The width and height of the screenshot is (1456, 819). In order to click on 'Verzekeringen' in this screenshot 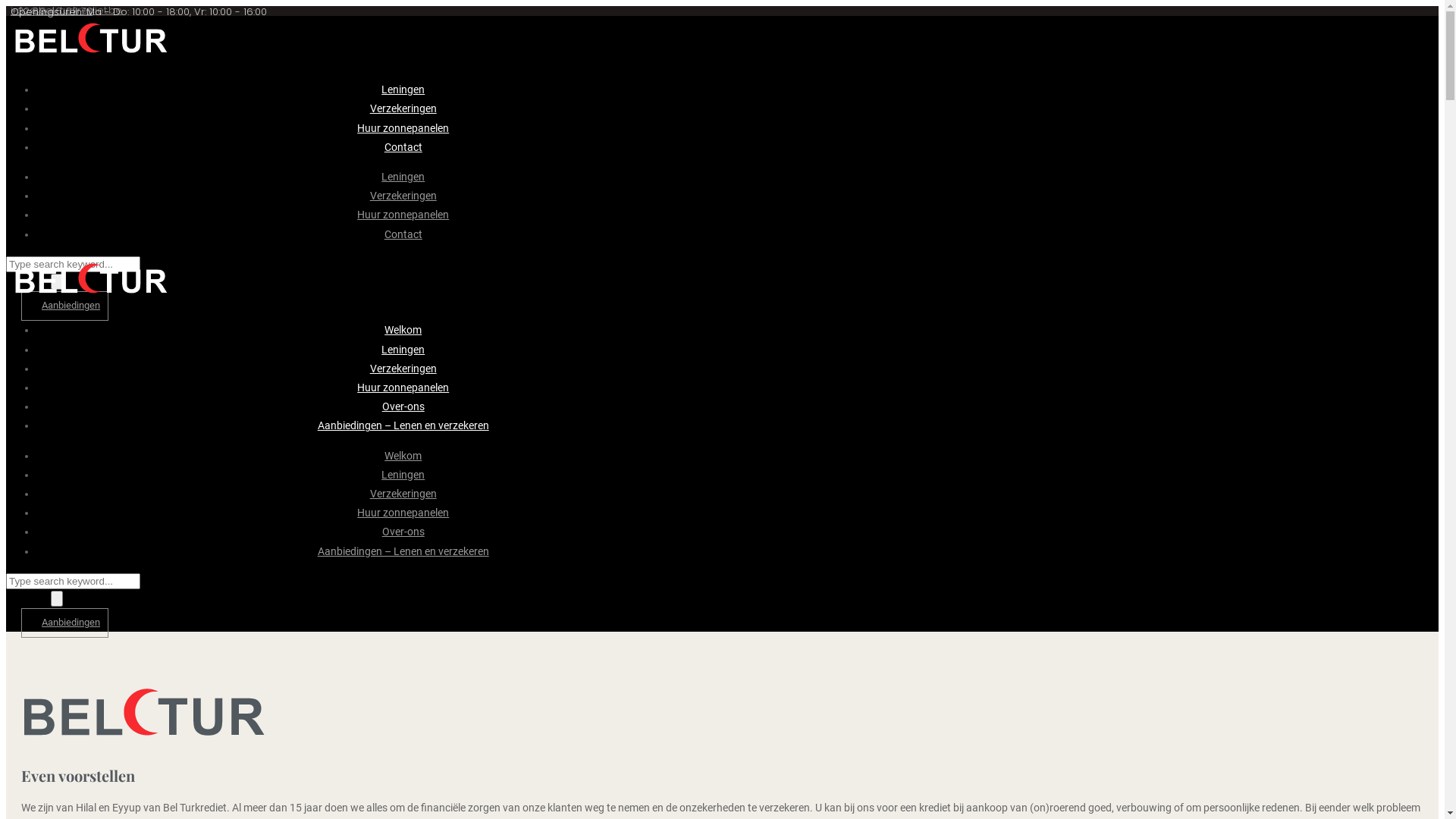, I will do `click(403, 494)`.